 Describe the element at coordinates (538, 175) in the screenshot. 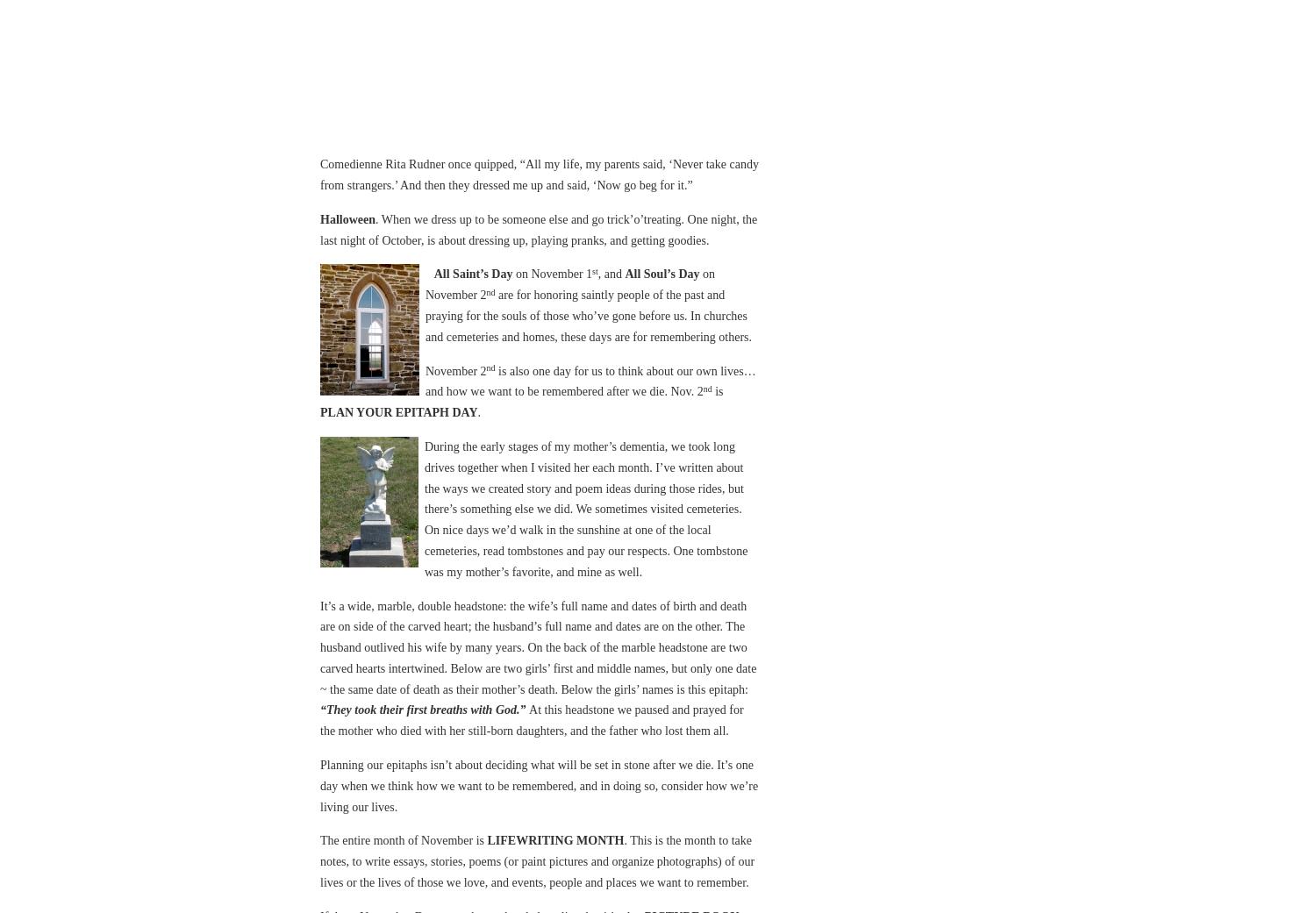

I see `'Comedienne Rita Rudner once quipped, “All my life, my parents said, ‘Never take candy from strangers.’ And then they dressed me up and said, ‘Now go beg for it.”'` at that location.